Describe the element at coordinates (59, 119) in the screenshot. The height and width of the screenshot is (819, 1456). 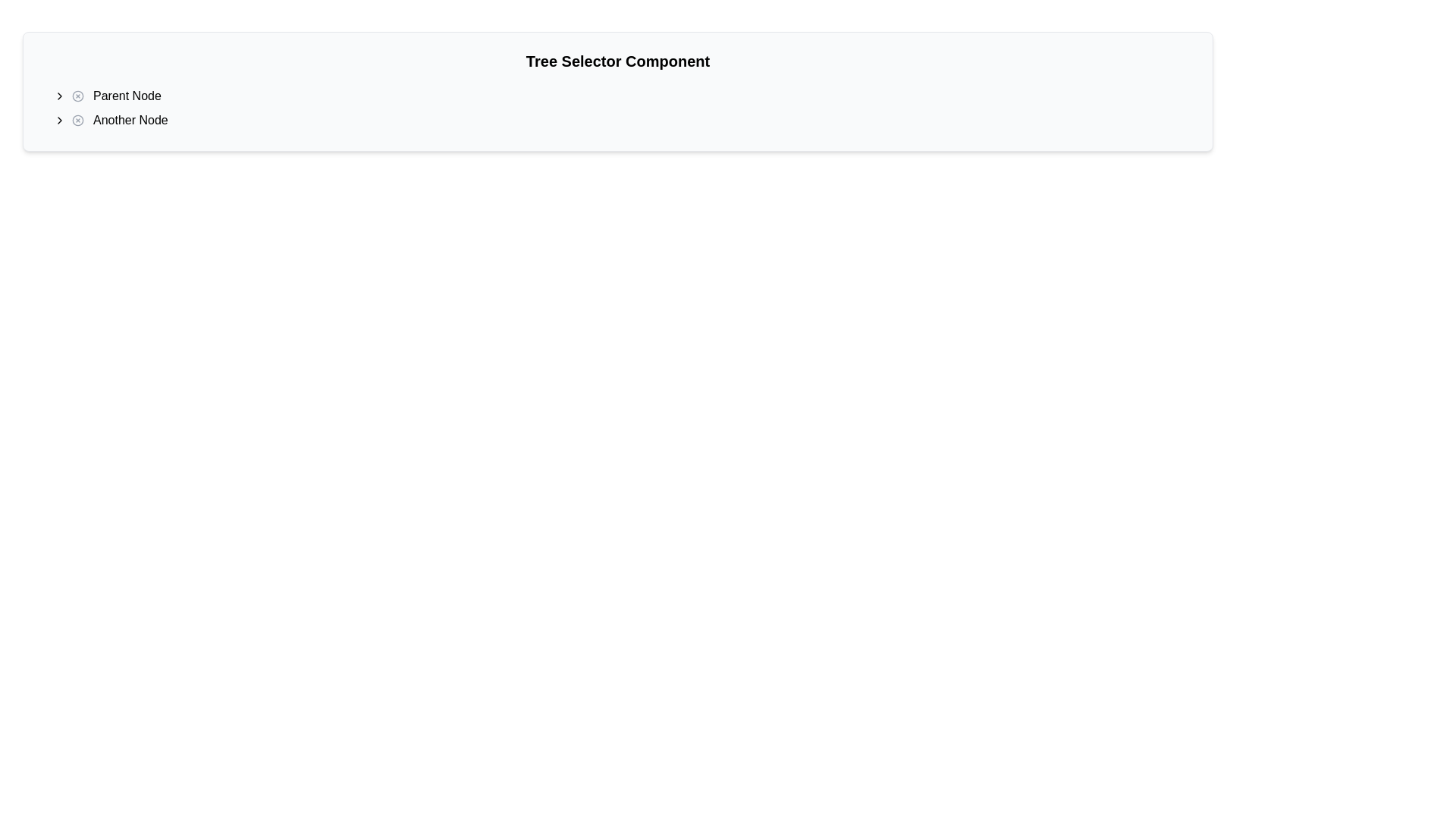
I see `the right-pointing chevron icon, which is an expandable tree node indicator located to the left of the 'Another Node' label in the second row of the hierarchical tree structure` at that location.